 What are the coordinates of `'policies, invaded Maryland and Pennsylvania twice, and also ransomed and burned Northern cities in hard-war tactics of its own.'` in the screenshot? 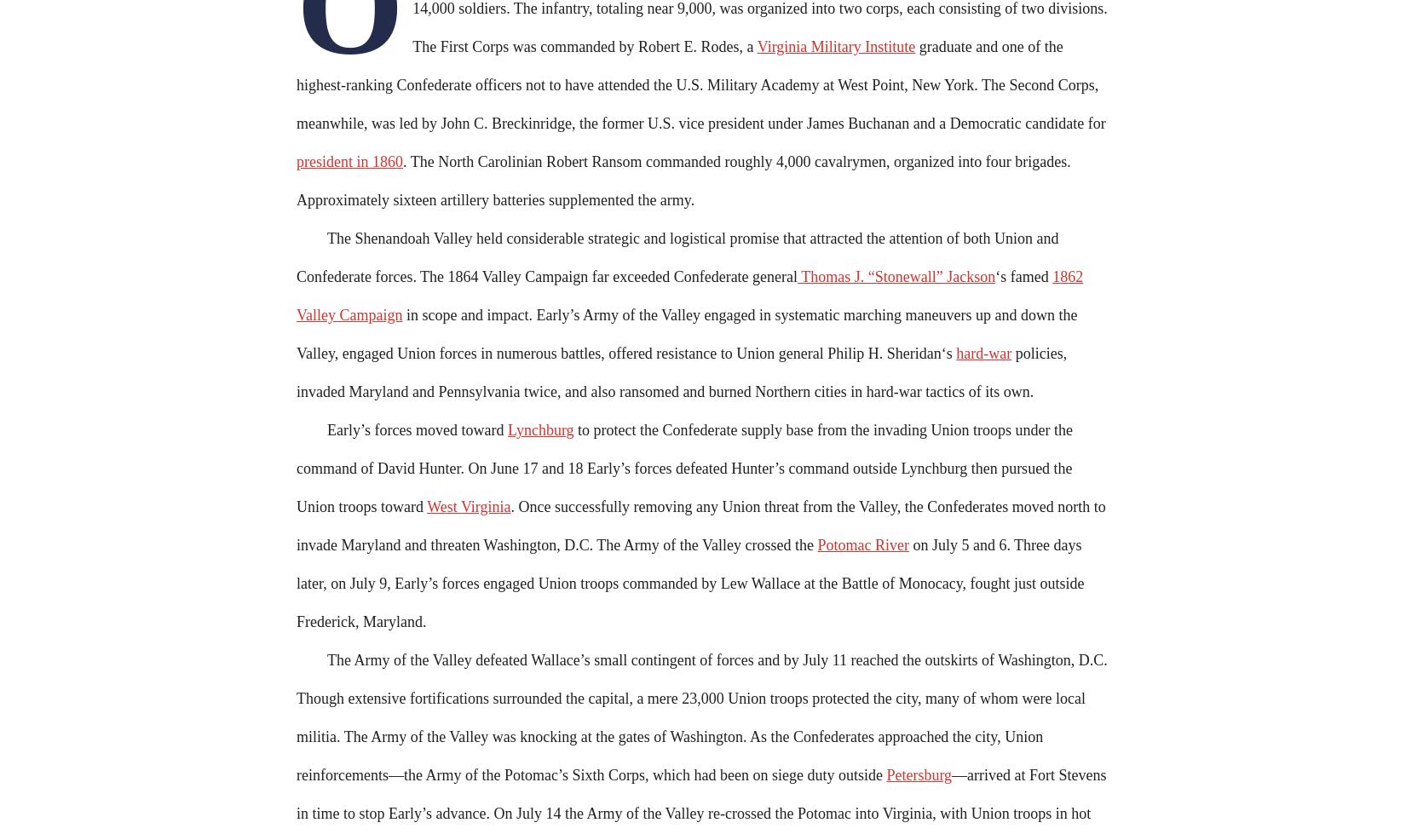 It's located at (680, 372).